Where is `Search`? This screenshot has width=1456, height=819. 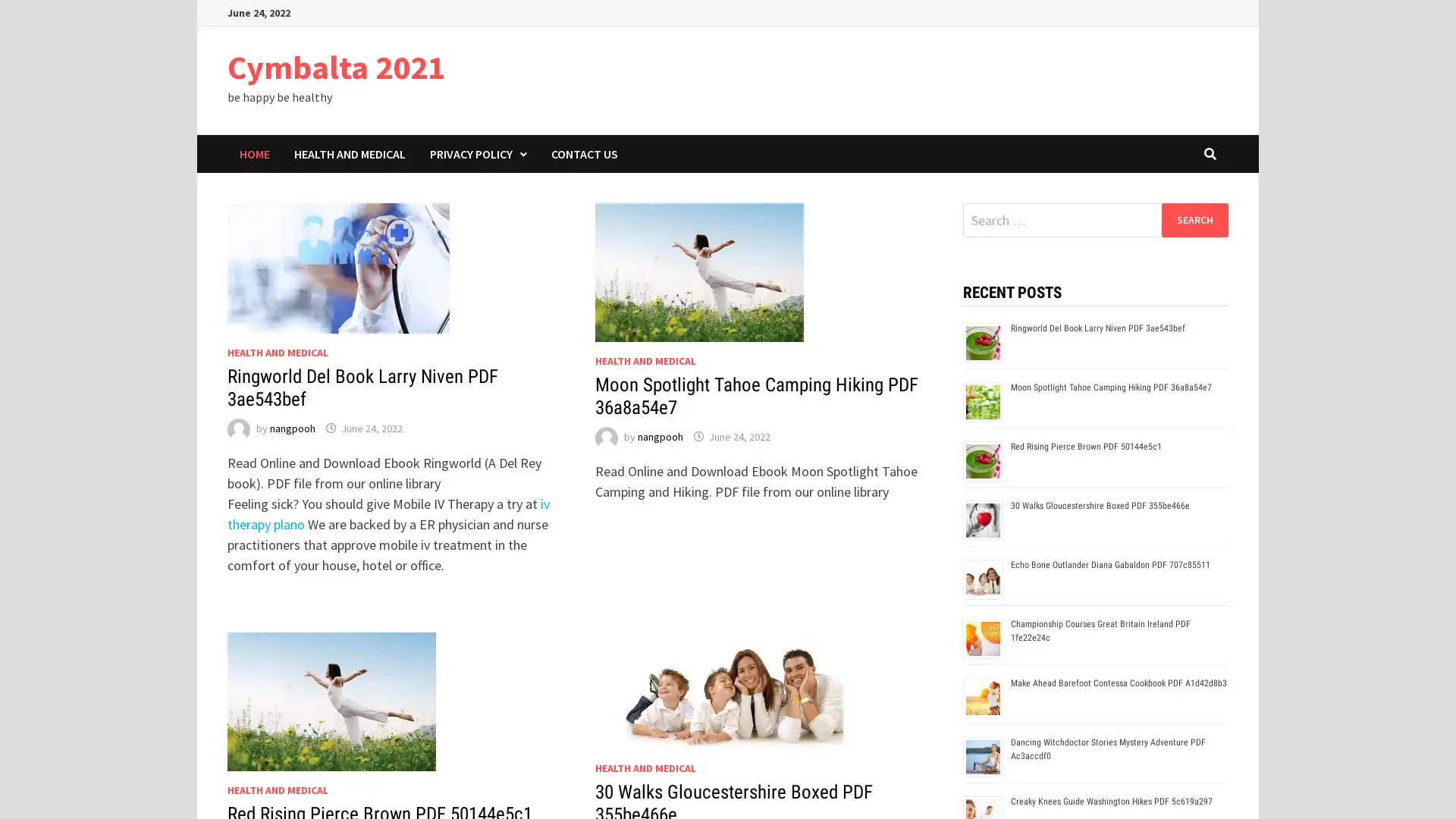 Search is located at coordinates (1194, 219).